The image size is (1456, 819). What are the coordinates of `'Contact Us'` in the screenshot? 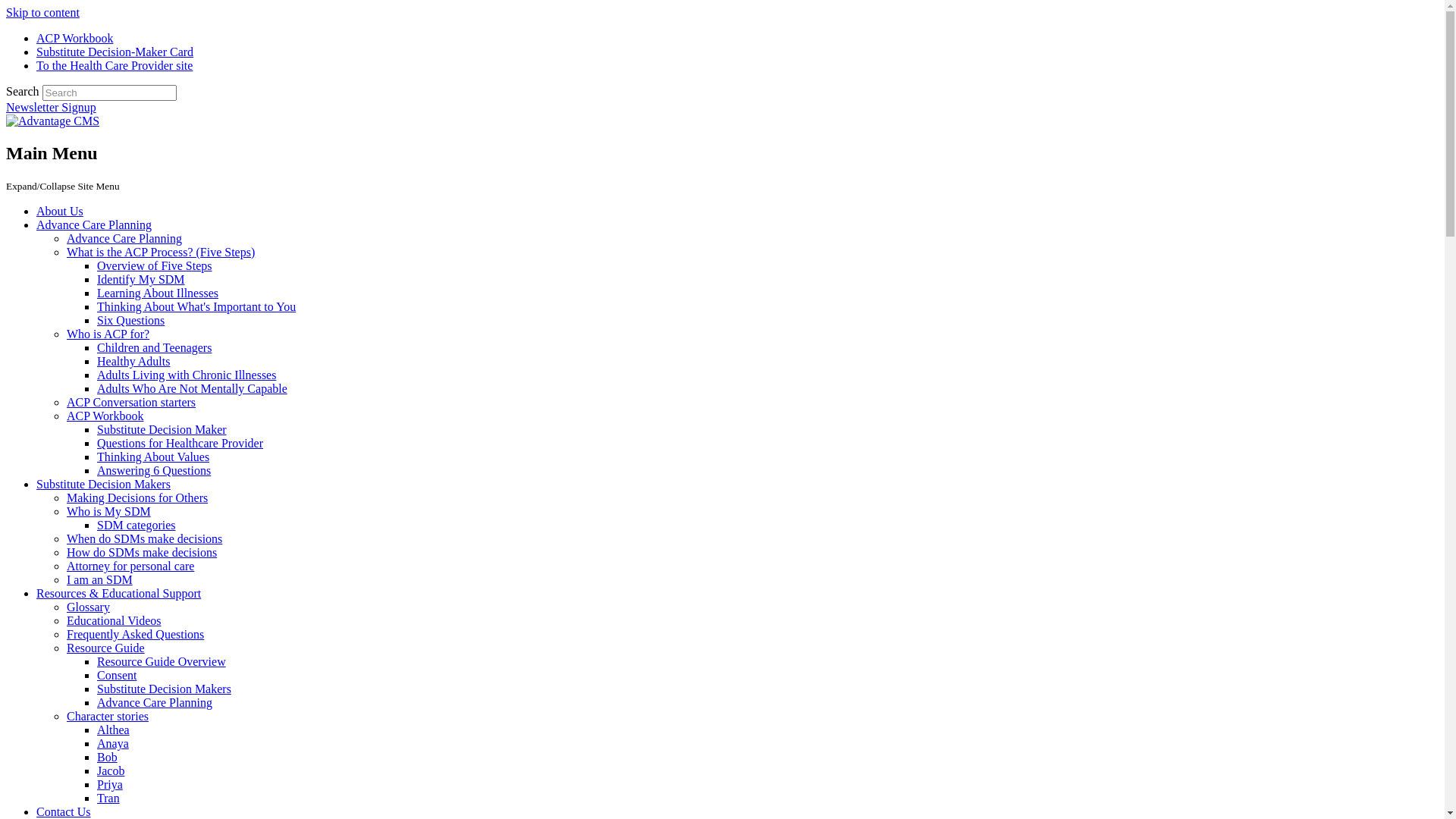 It's located at (36, 811).